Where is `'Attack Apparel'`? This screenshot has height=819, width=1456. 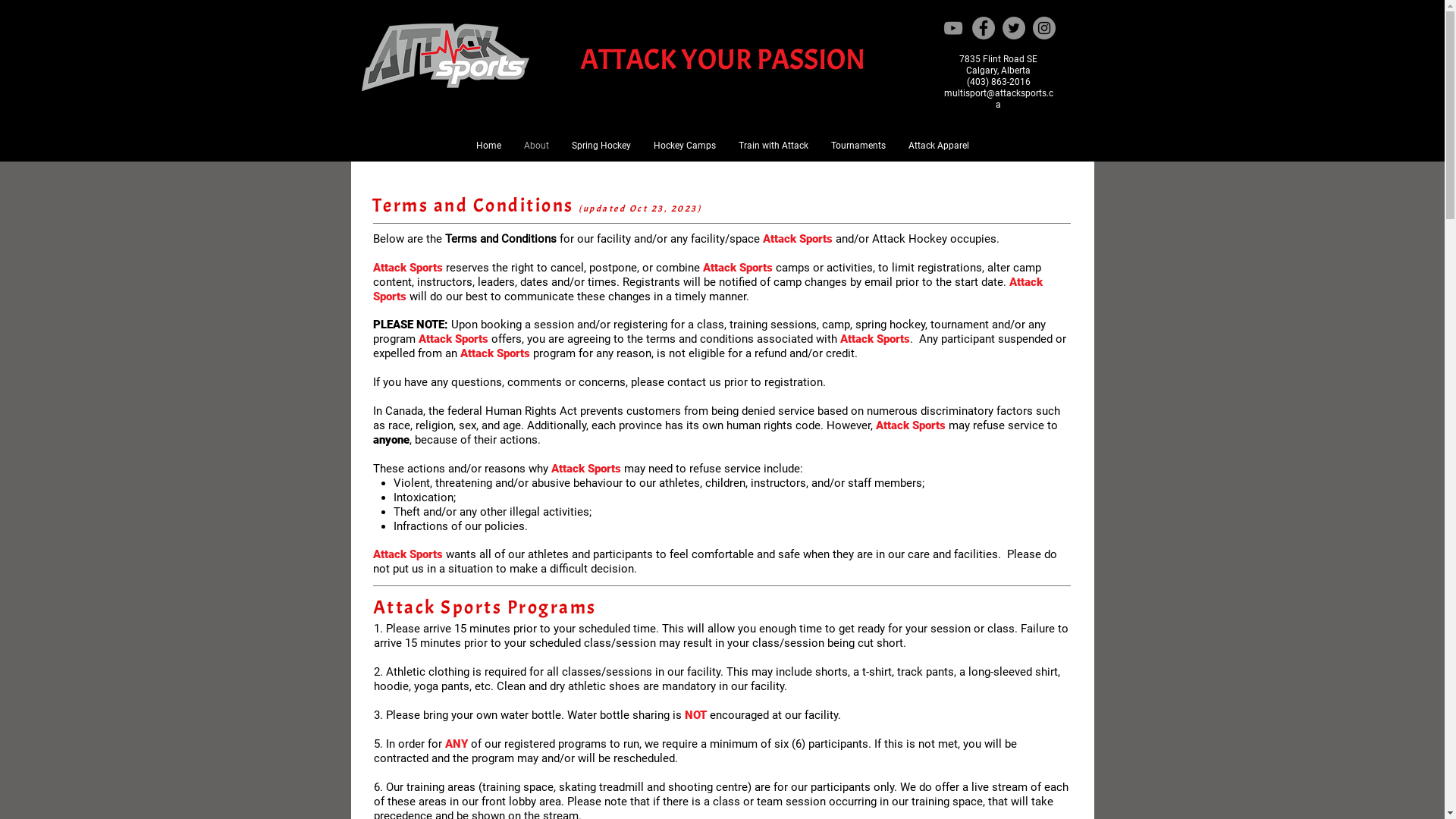
'Attack Apparel' is located at coordinates (937, 146).